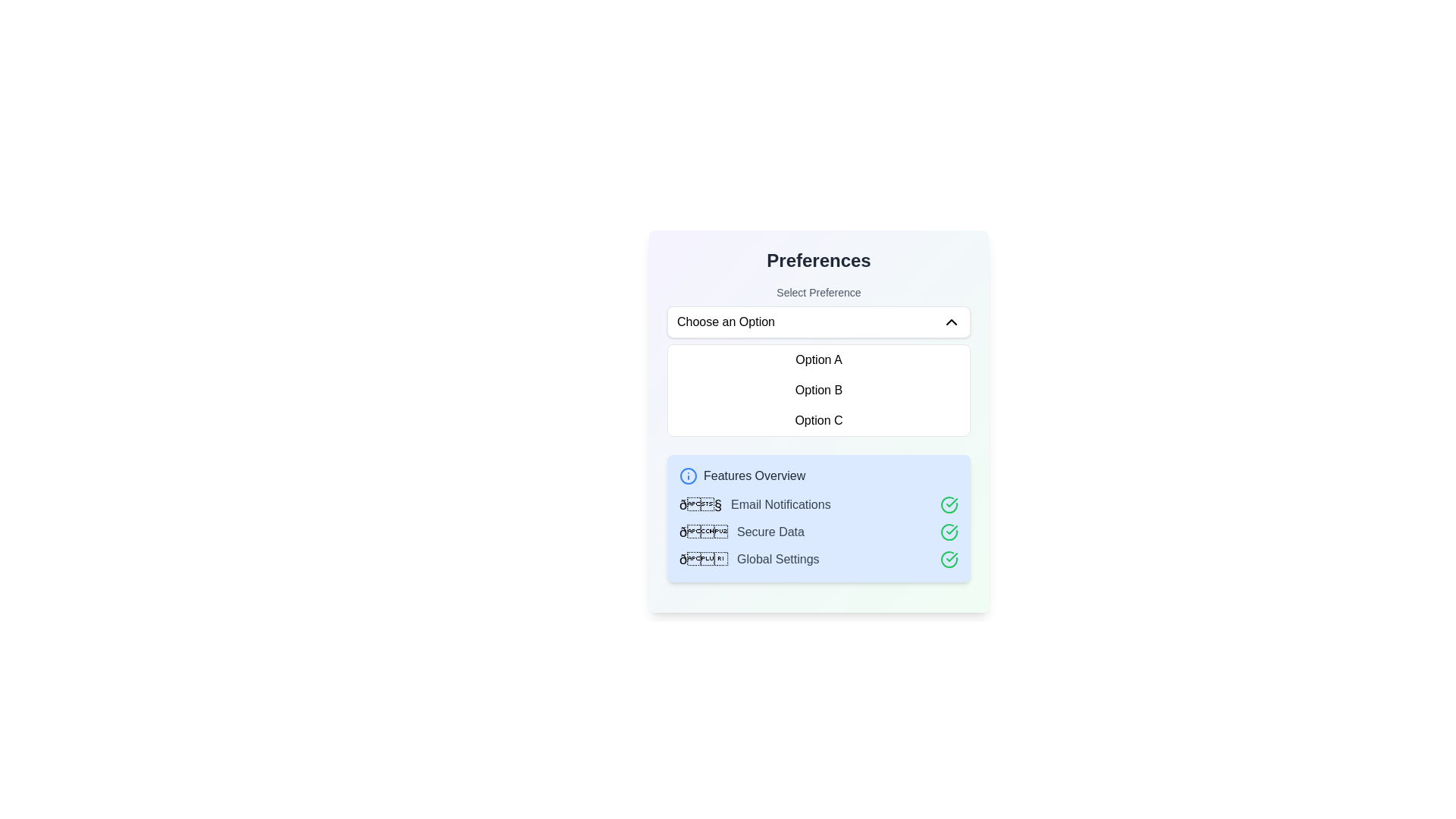 The width and height of the screenshot is (1456, 819). What do you see at coordinates (778, 559) in the screenshot?
I see `the 'Global Settings' text label located centrally in the bottom row of the 'Features Overview' section, positioned between a globe icon and a green checkmark icon` at bounding box center [778, 559].